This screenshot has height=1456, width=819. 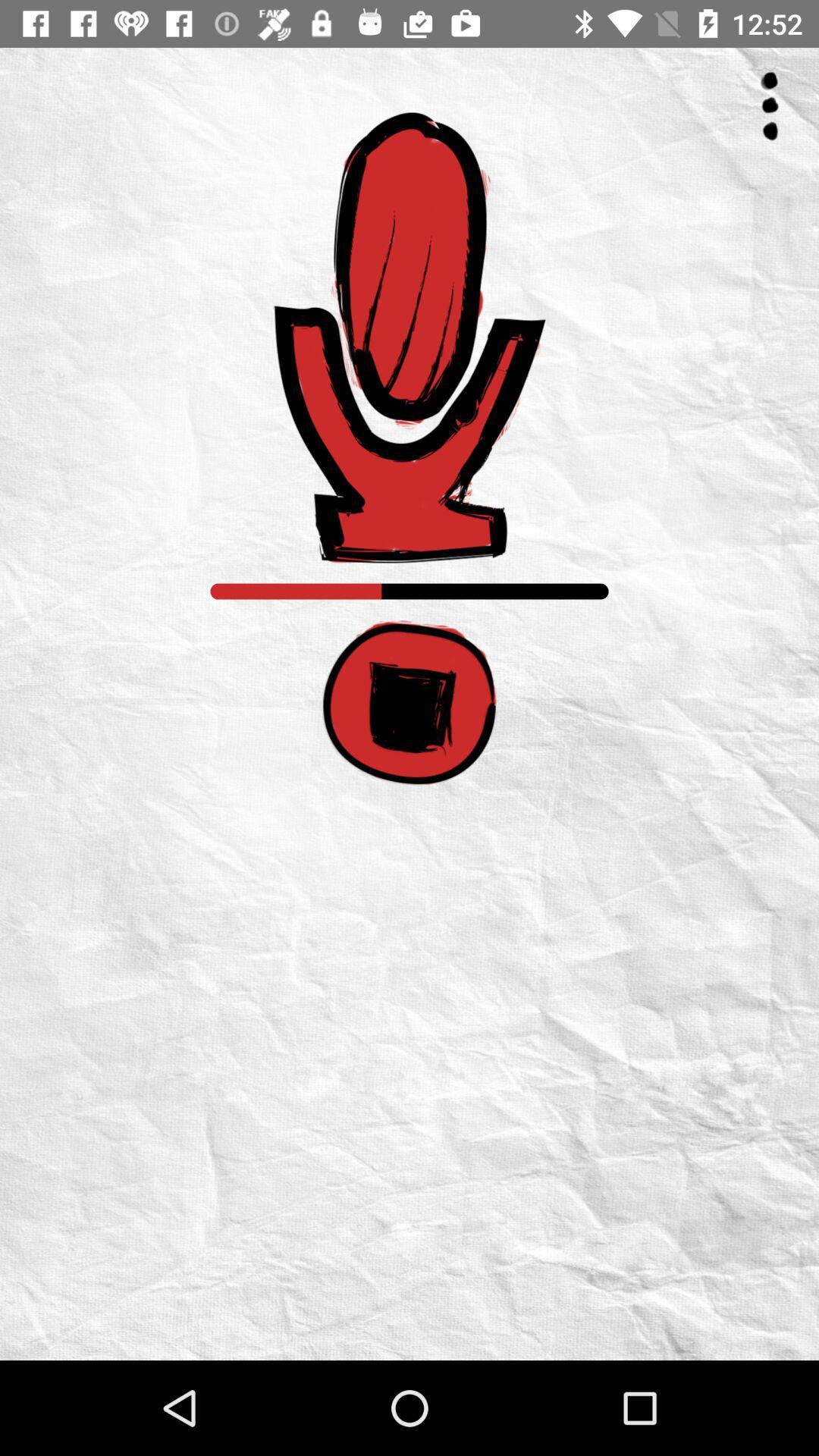 What do you see at coordinates (770, 105) in the screenshot?
I see `settings` at bounding box center [770, 105].